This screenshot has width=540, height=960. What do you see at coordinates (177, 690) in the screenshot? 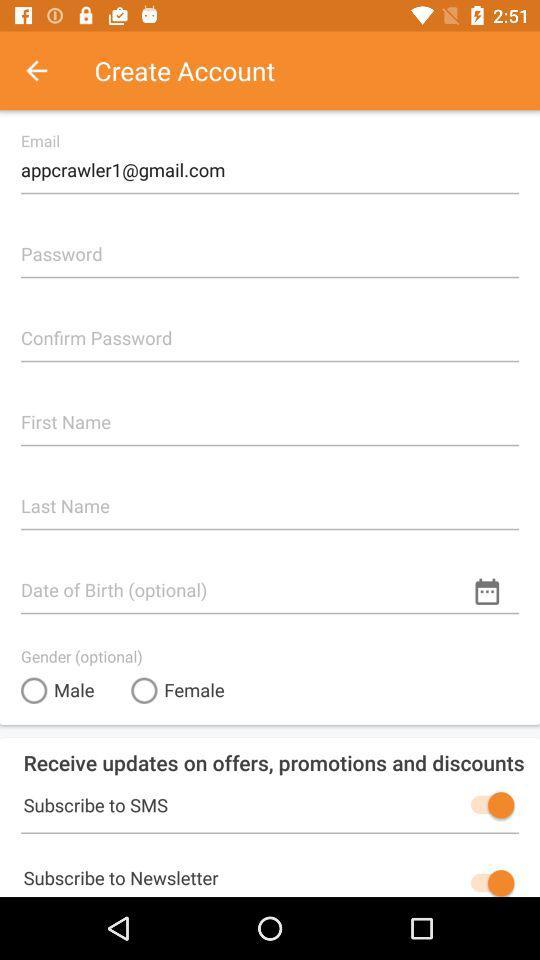
I see `item above receive updates on item` at bounding box center [177, 690].